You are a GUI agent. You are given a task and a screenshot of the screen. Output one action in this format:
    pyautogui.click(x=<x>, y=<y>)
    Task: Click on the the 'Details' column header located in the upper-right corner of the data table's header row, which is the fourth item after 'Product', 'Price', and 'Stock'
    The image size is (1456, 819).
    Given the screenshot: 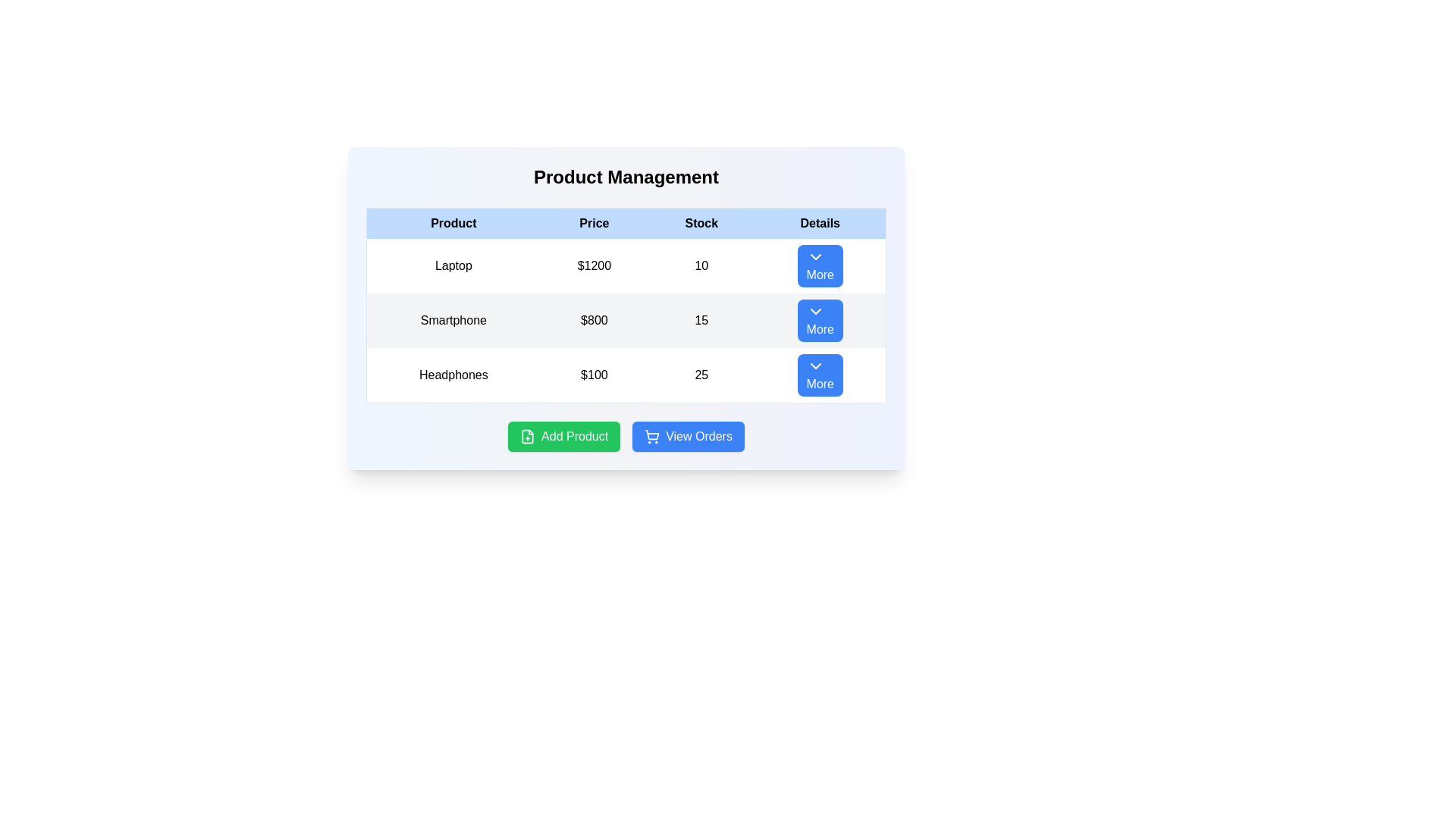 What is the action you would take?
    pyautogui.click(x=820, y=223)
    